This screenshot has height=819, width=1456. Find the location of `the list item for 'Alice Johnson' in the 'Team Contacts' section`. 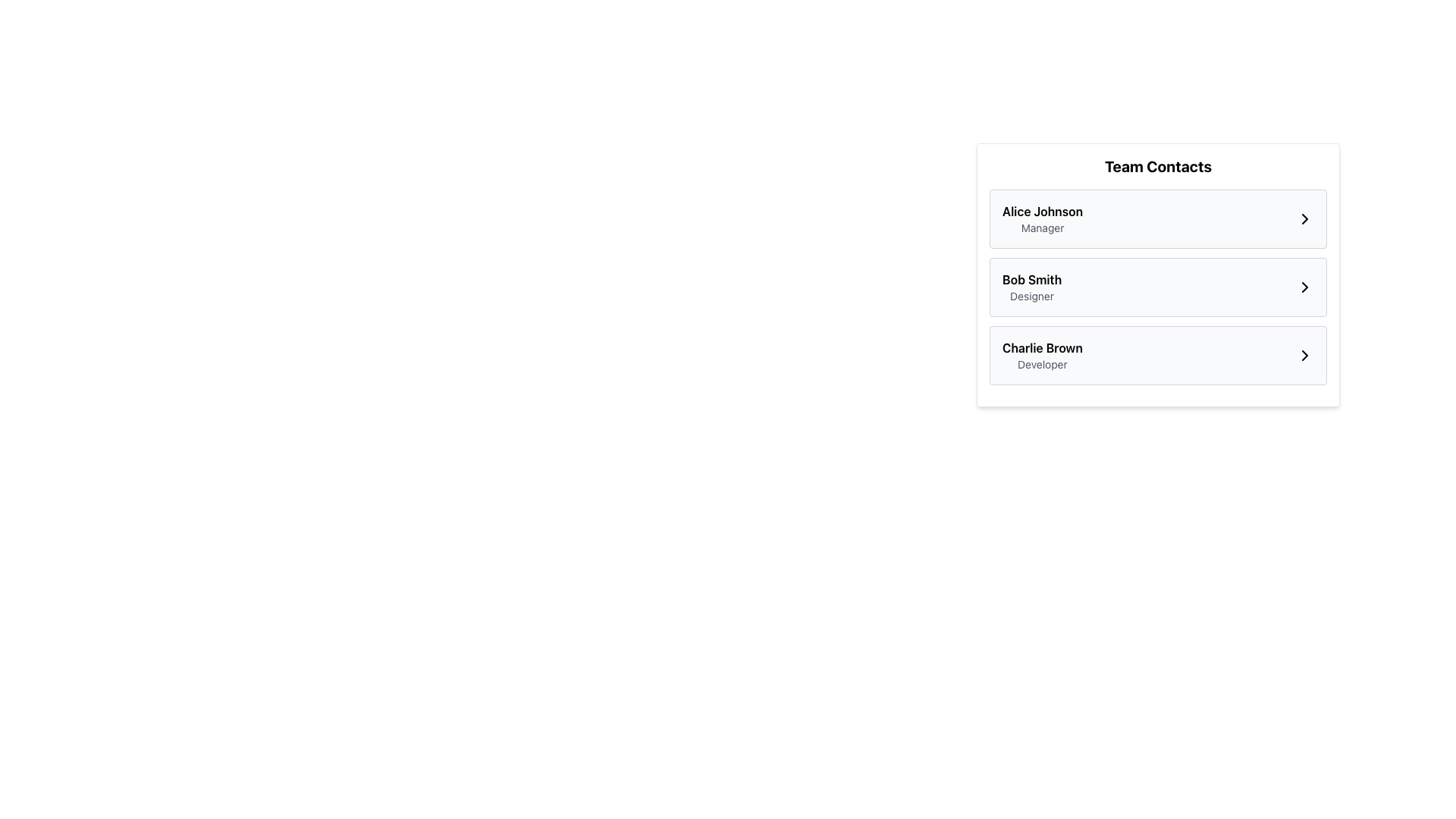

the list item for 'Alice Johnson' in the 'Team Contacts' section is located at coordinates (1157, 219).